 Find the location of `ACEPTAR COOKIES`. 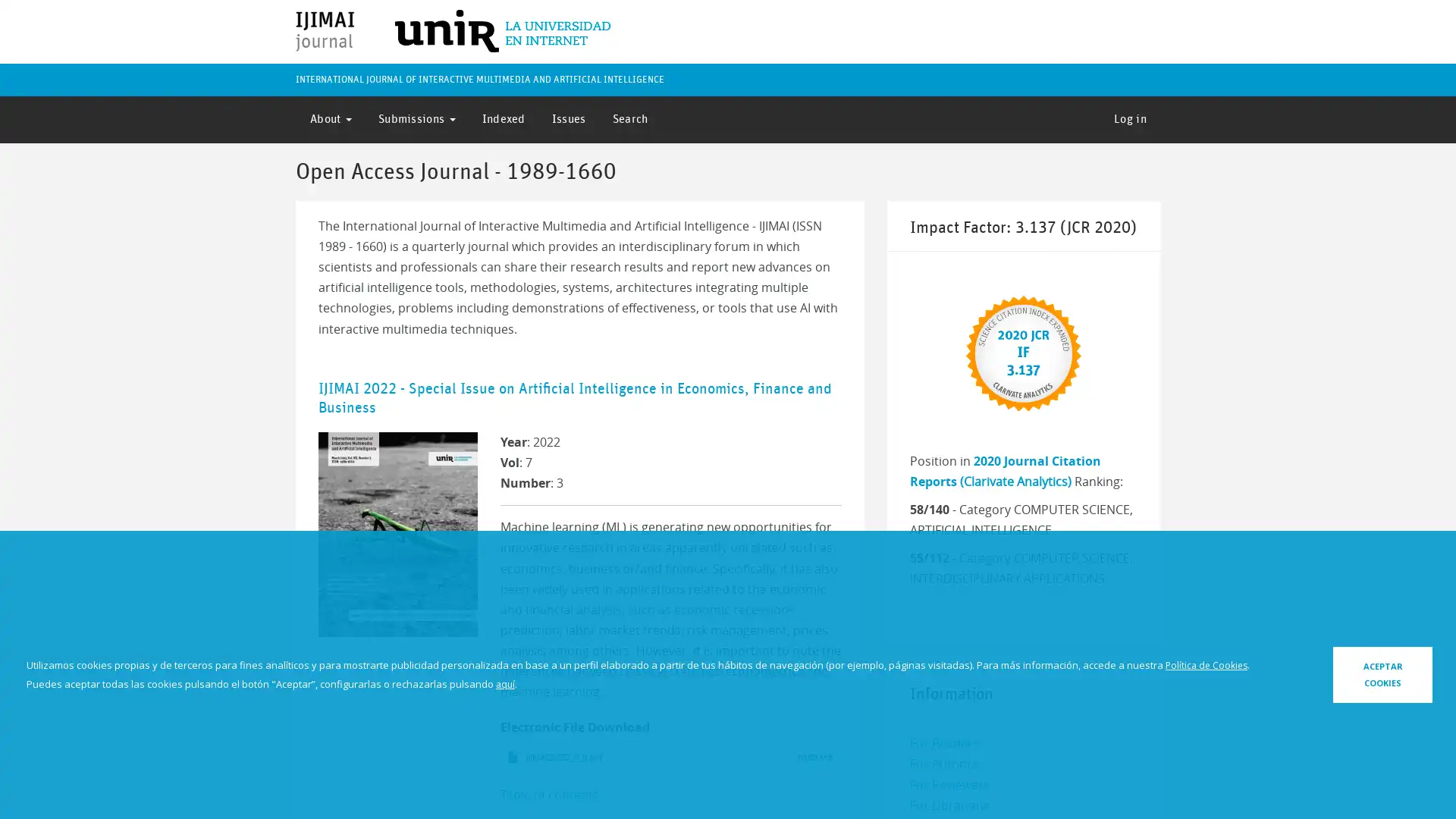

ACEPTAR COOKIES is located at coordinates (1340, 673).